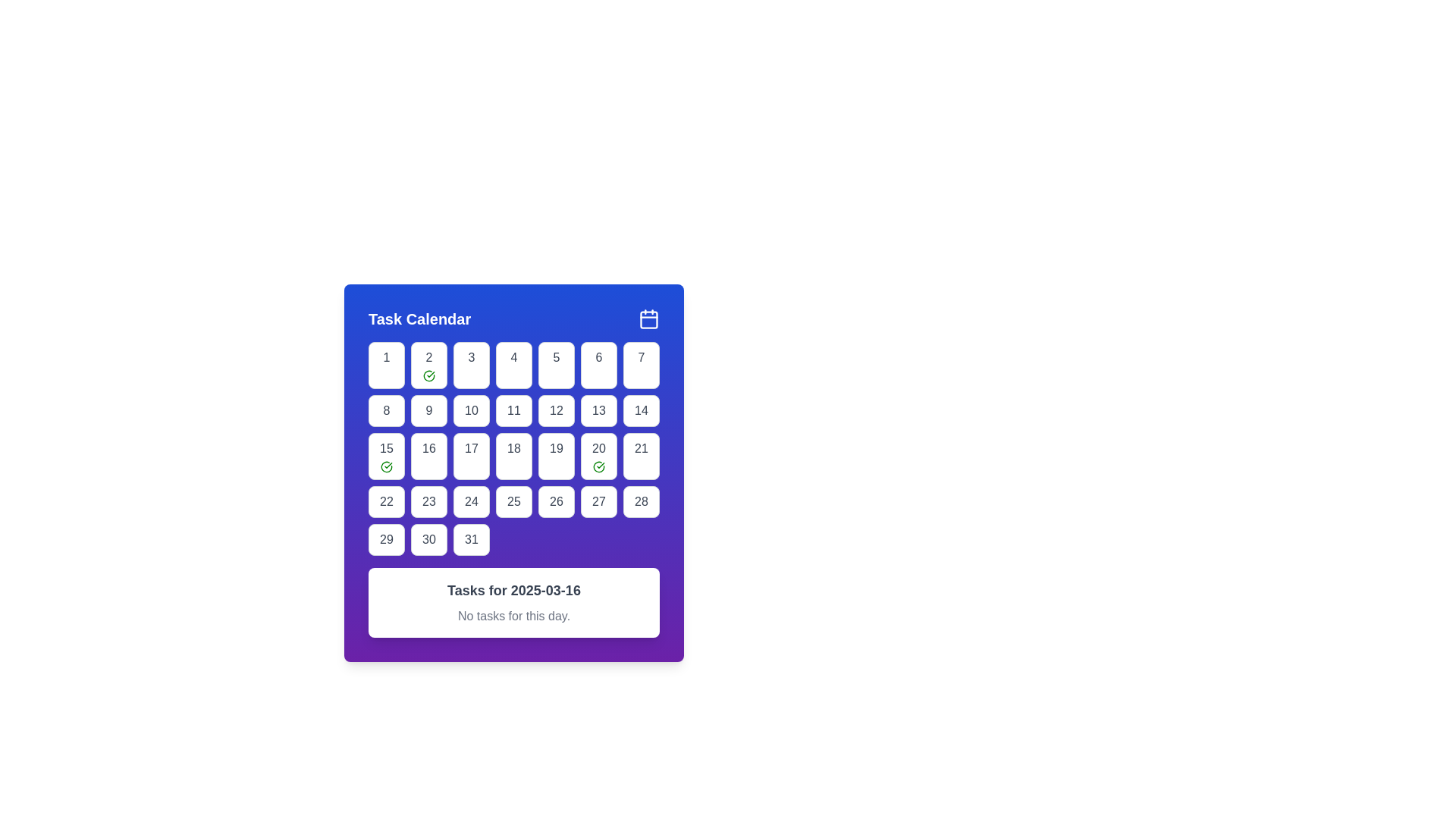 The image size is (1456, 819). I want to click on the button representing the 13th day in the calendar grid layout, so click(598, 411).